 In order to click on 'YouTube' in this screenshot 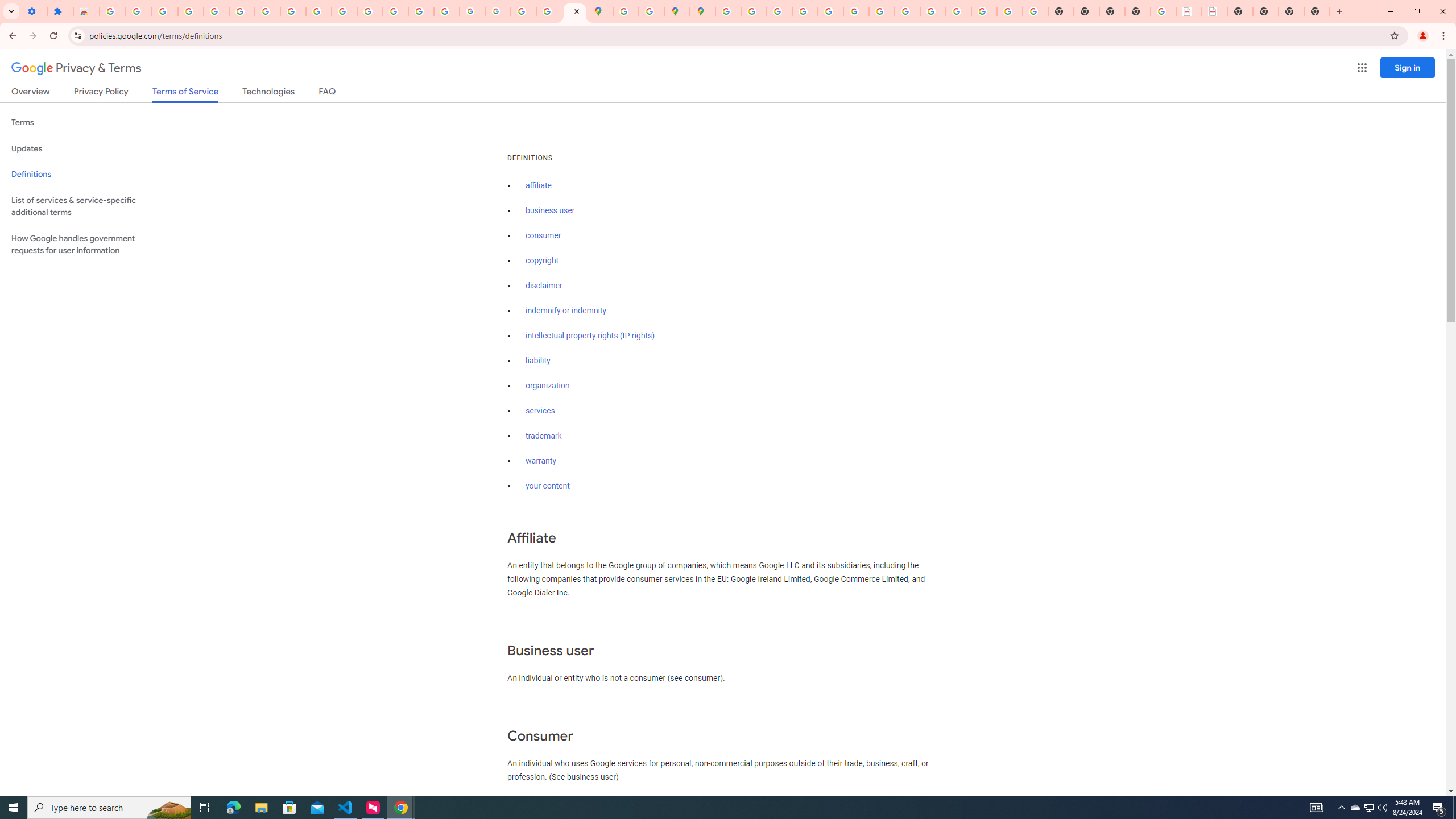, I will do `click(318, 11)`.